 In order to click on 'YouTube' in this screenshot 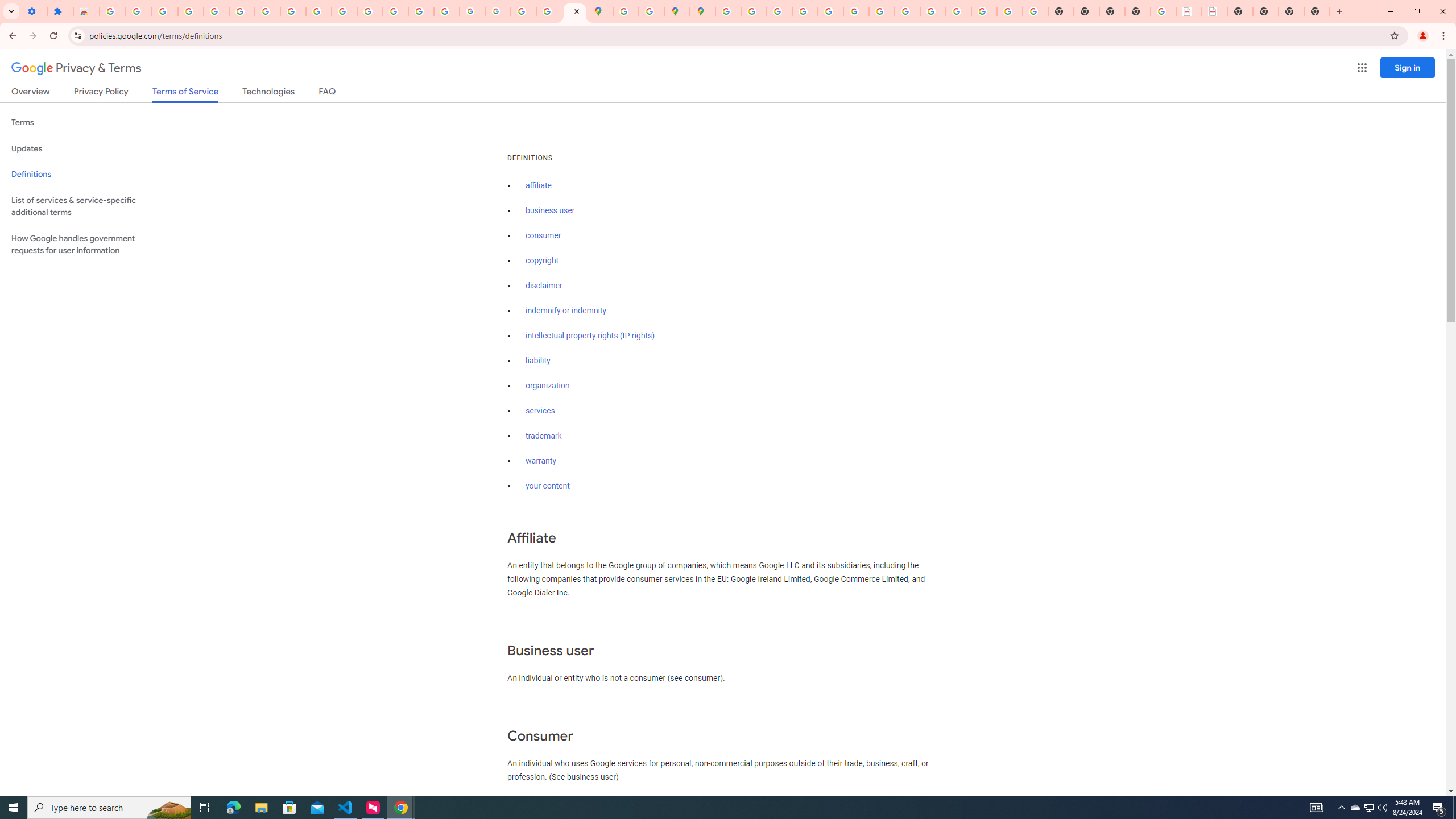, I will do `click(318, 11)`.